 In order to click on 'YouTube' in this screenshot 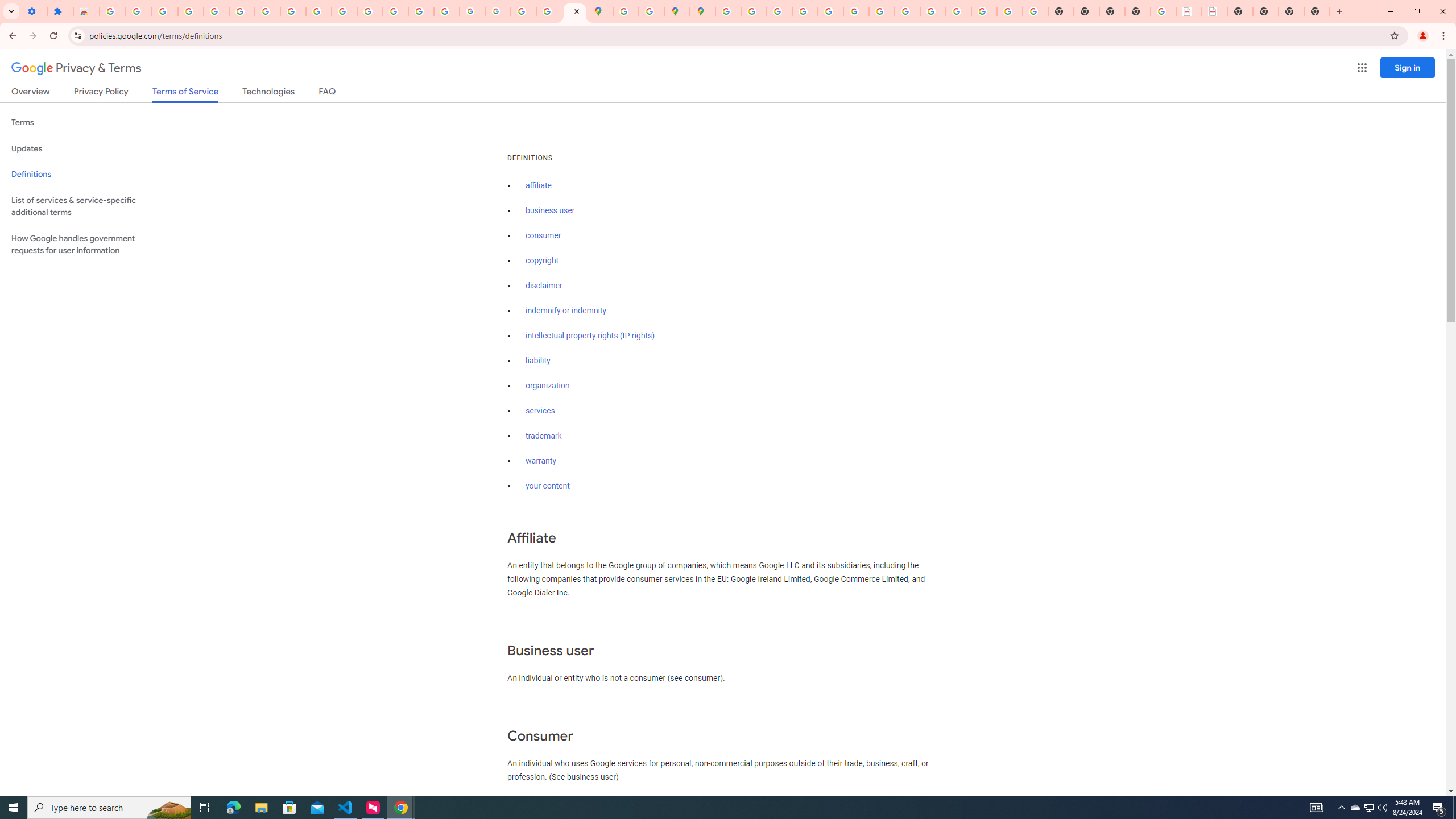, I will do `click(318, 11)`.